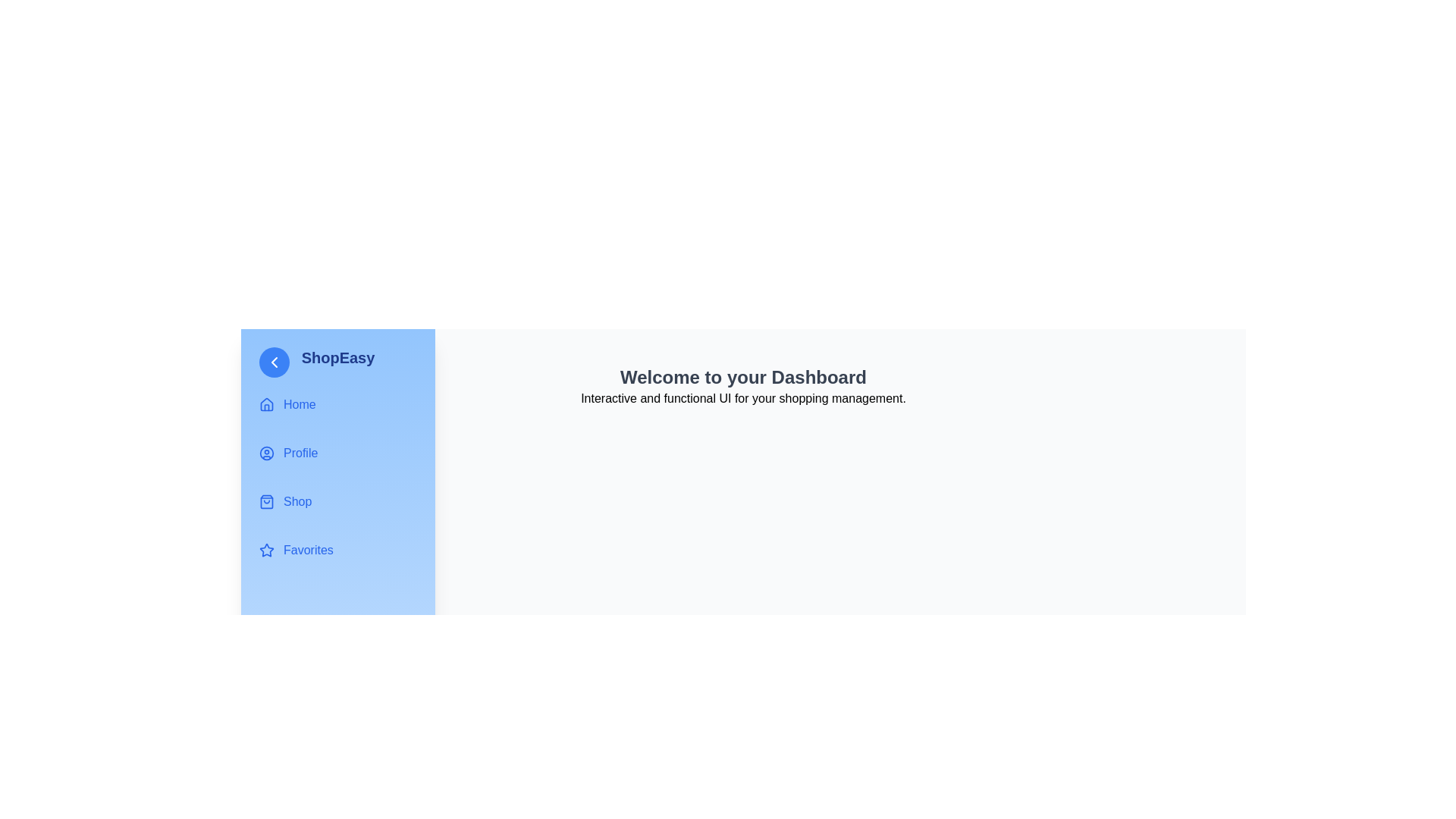 This screenshot has width=1456, height=819. What do you see at coordinates (743, 376) in the screenshot?
I see `the header text element displaying 'Welcome to your Dashboard', which is prominently positioned at the top-center of the main panel` at bounding box center [743, 376].